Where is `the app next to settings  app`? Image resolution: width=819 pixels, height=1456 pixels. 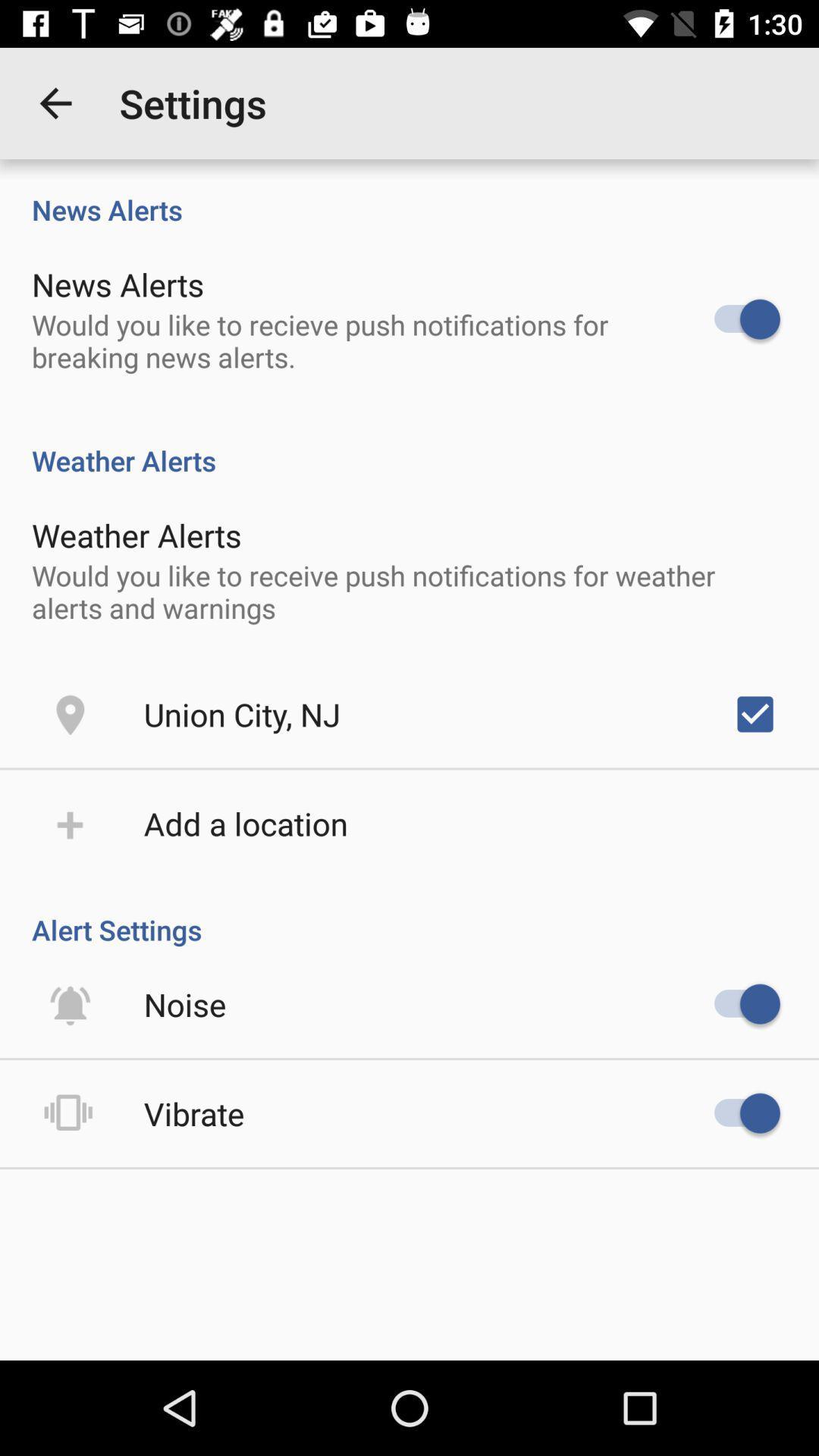
the app next to settings  app is located at coordinates (55, 102).